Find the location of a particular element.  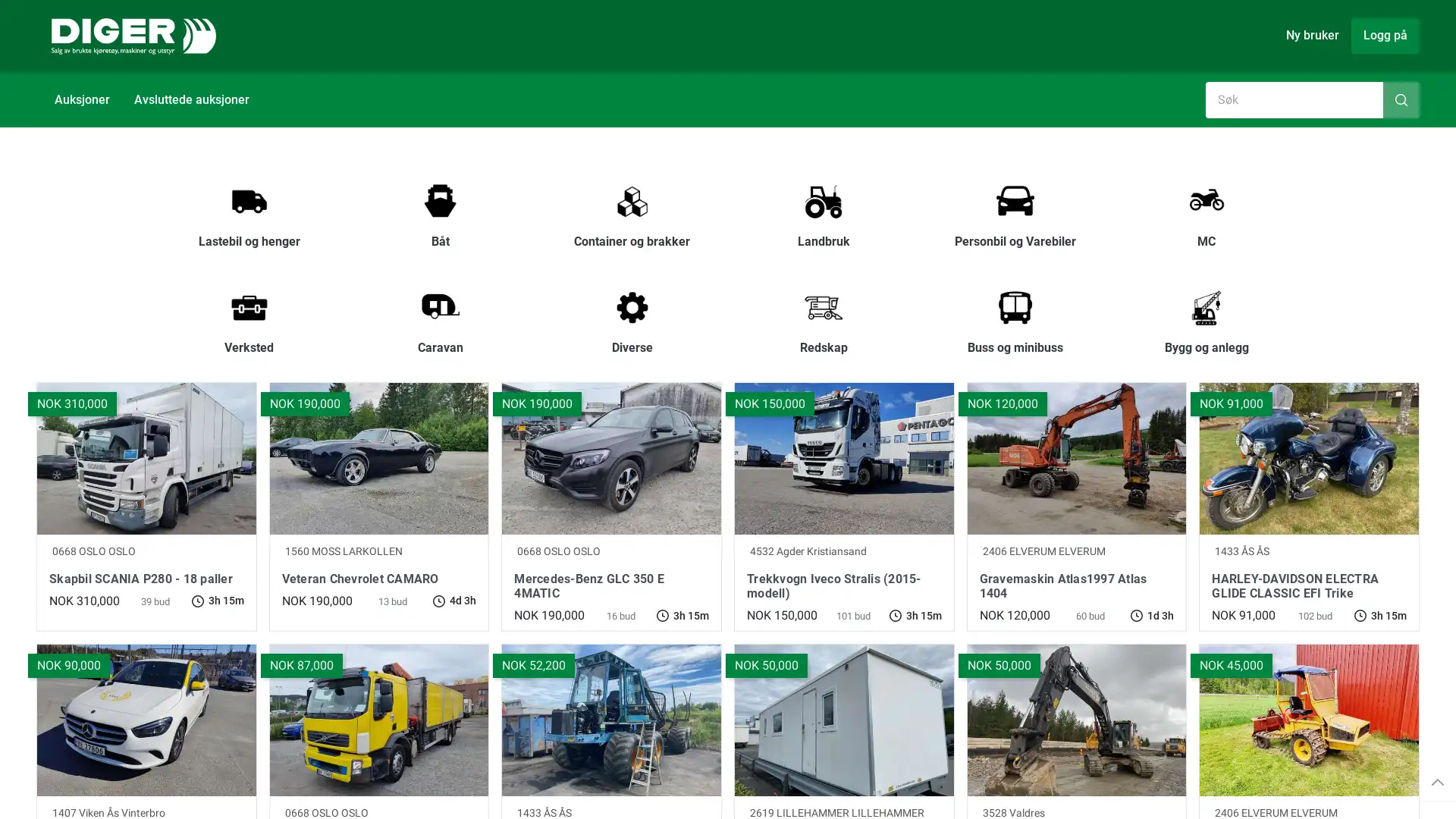

Auksjoner is located at coordinates (81, 99).